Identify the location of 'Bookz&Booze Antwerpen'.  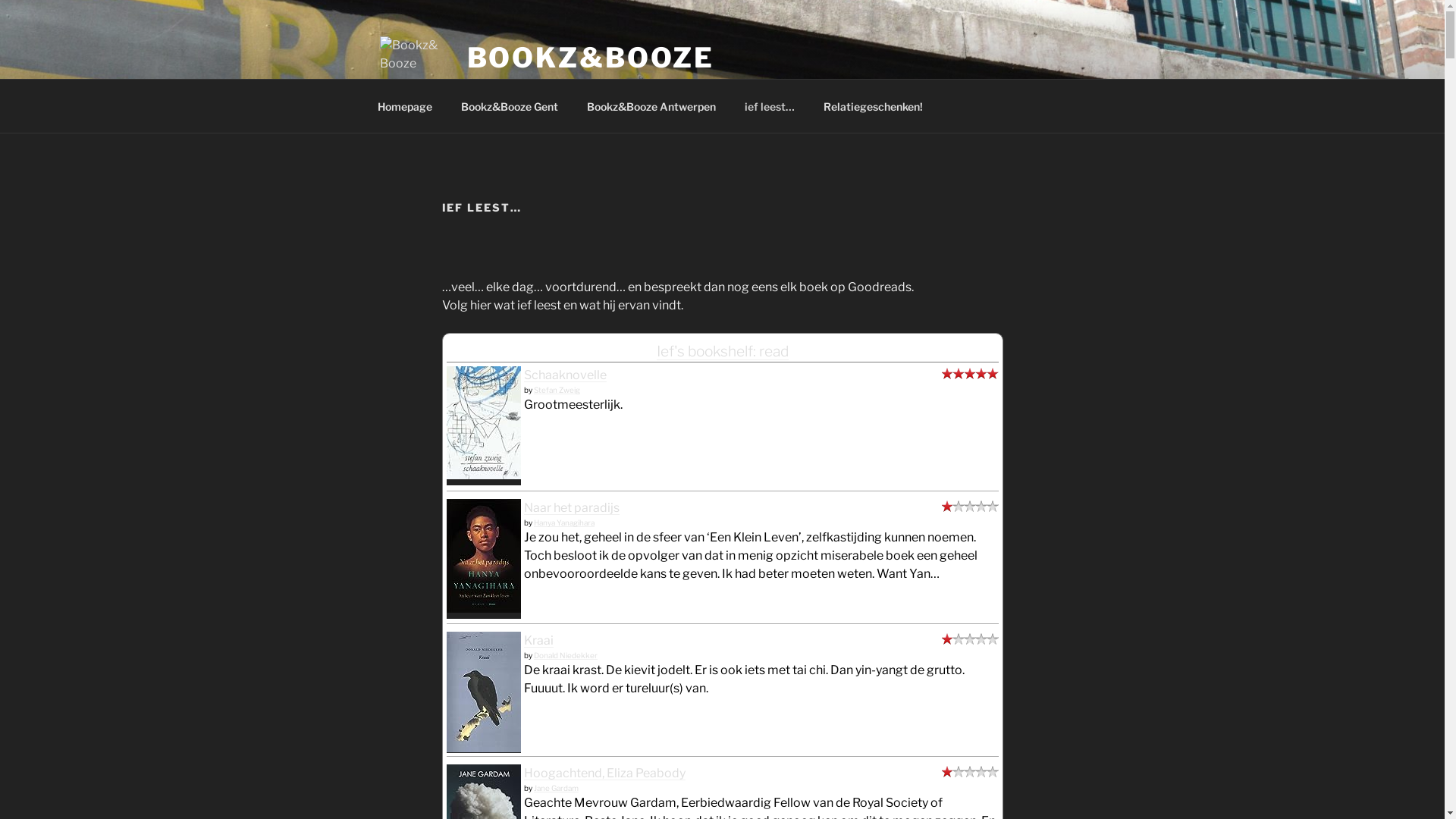
(651, 105).